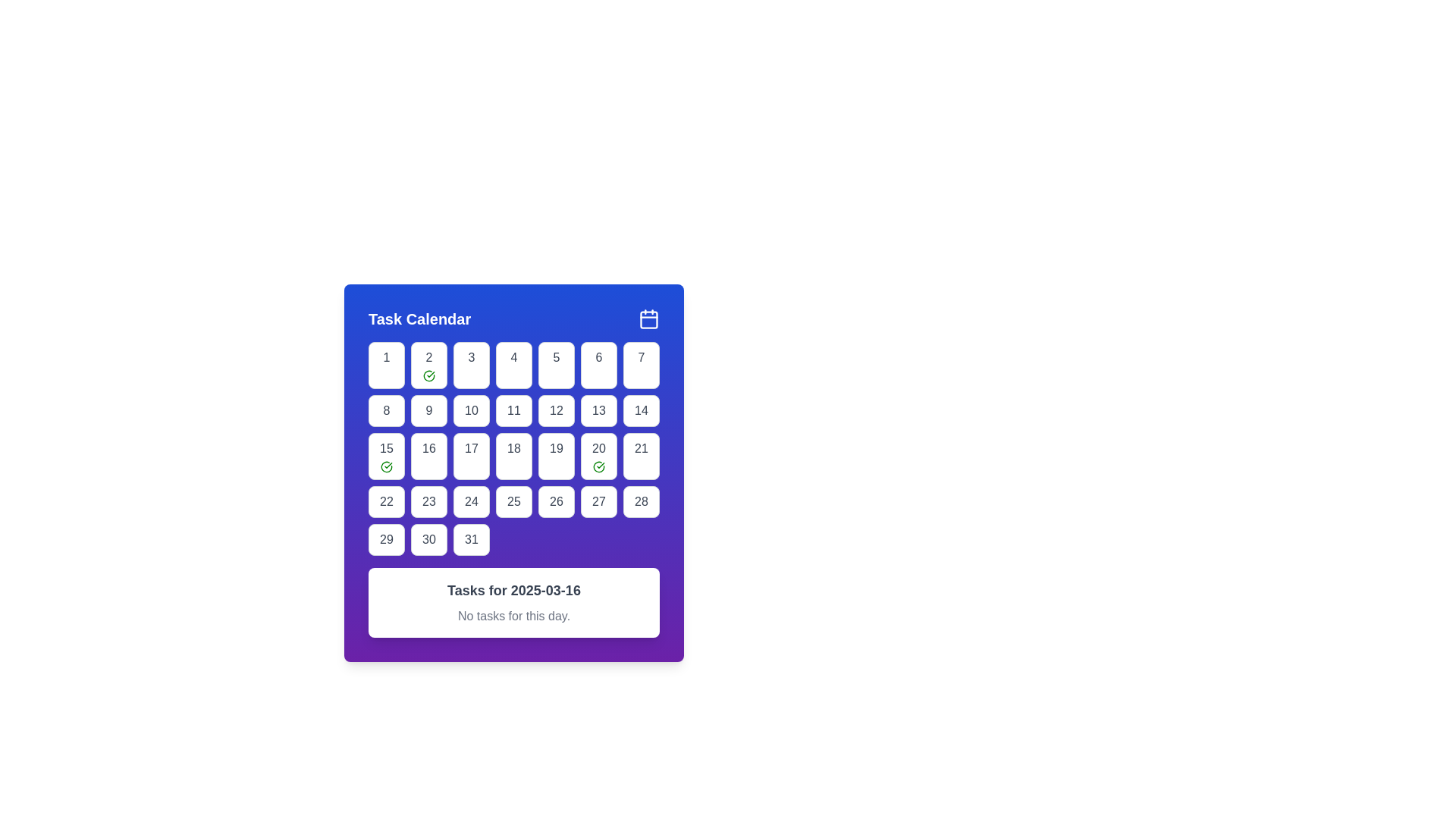 The image size is (1456, 819). Describe the element at coordinates (556, 411) in the screenshot. I see `the static text element representing the 12th day of the month in the calendar interface, located in the fourth column of the second row, inside a rounded square cell` at that location.